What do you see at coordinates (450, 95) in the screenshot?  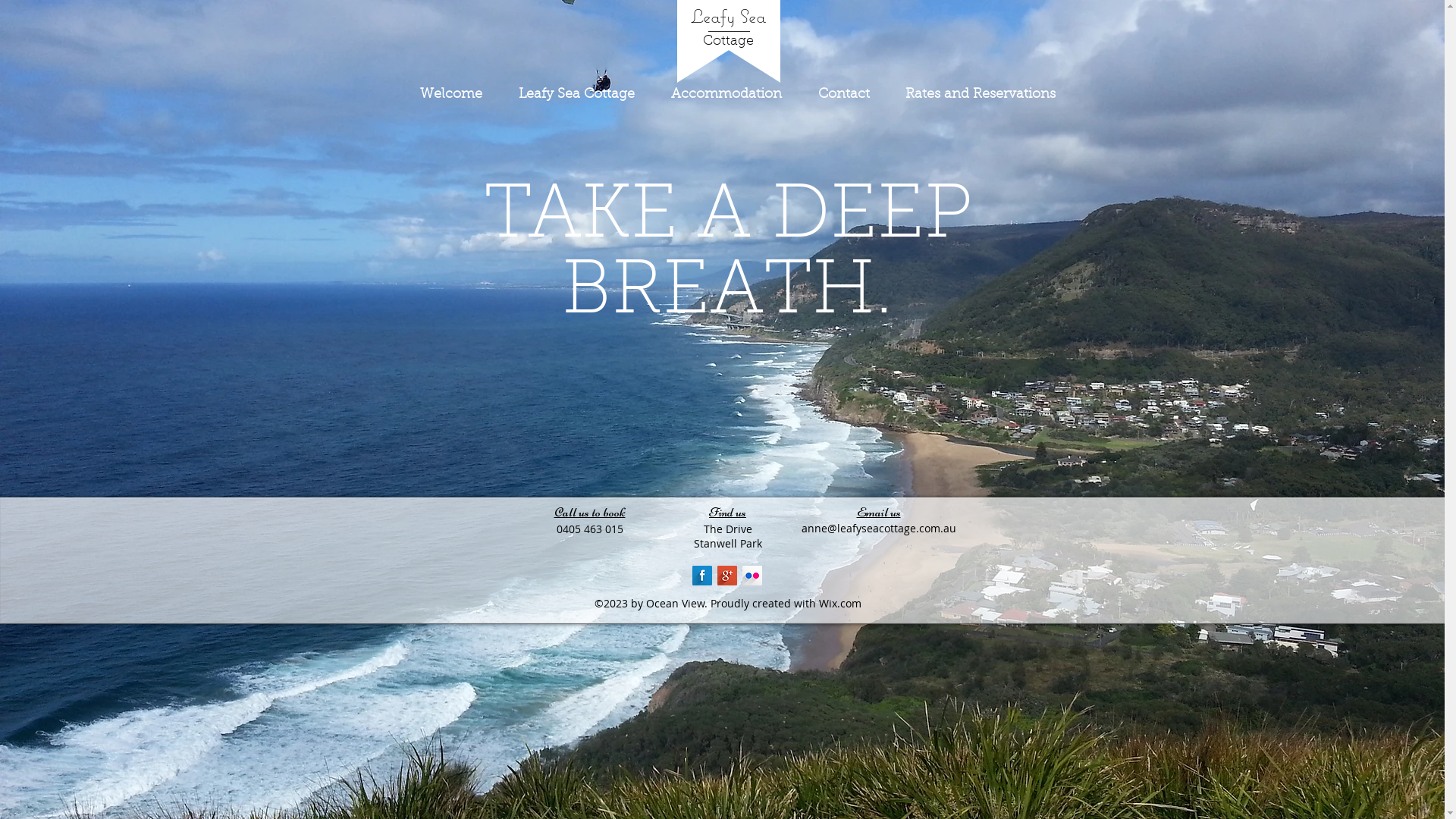 I see `'Welcome'` at bounding box center [450, 95].